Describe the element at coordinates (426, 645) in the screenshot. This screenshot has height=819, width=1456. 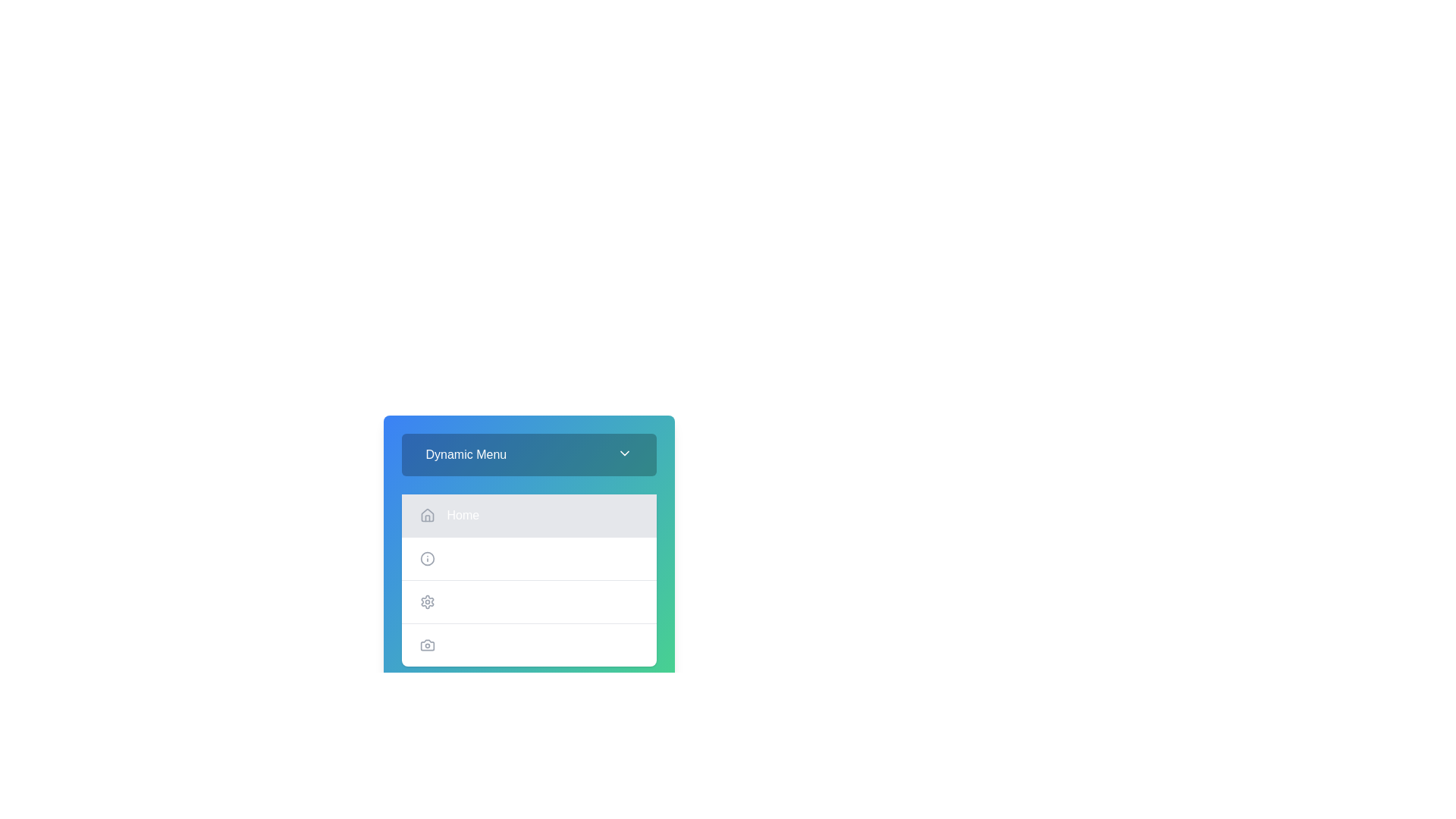
I see `the gallery access icon located at the left-most position of the 'Gallery' entry` at that location.